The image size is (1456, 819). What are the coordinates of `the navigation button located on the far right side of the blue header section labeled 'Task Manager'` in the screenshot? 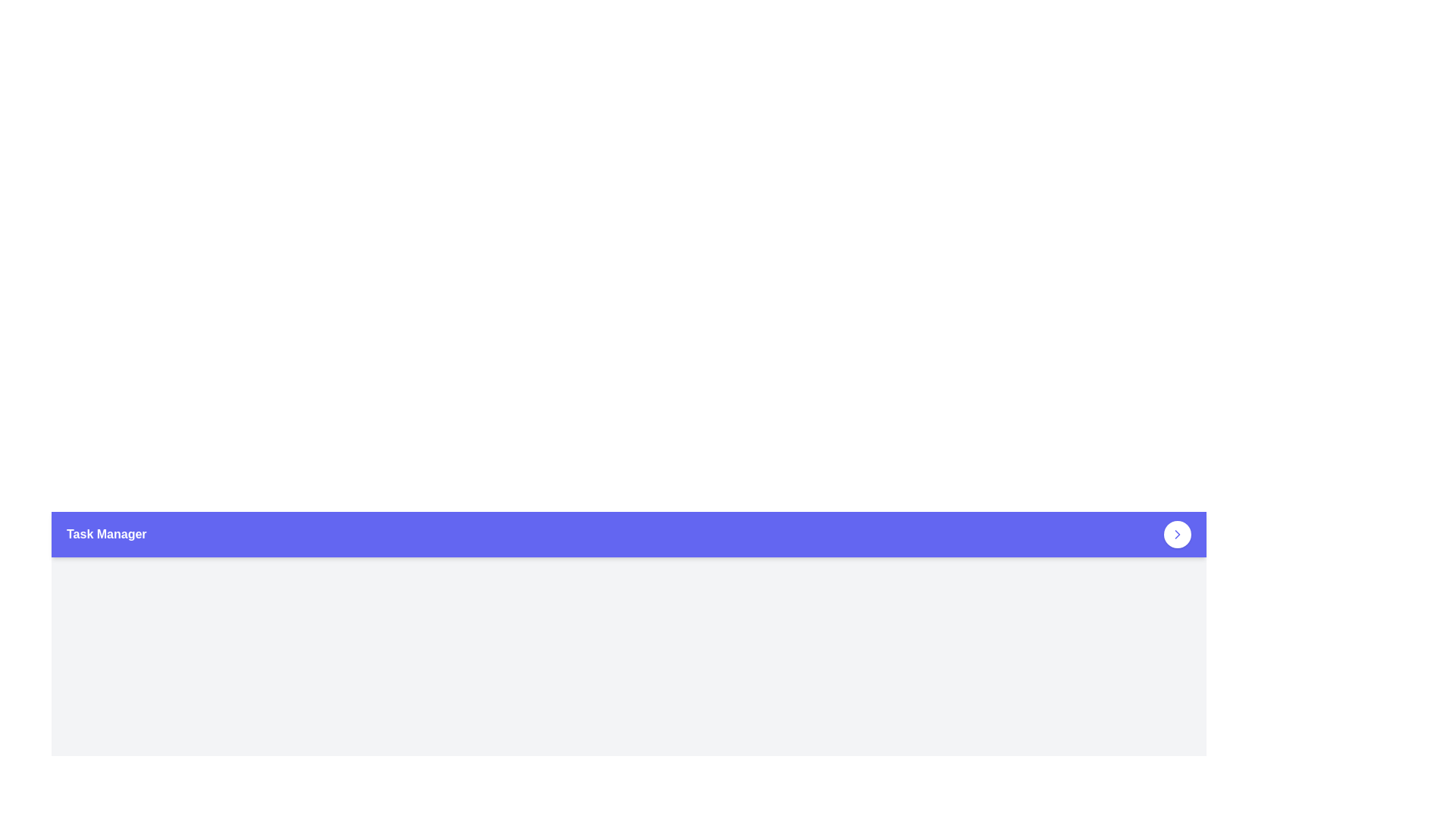 It's located at (1177, 534).